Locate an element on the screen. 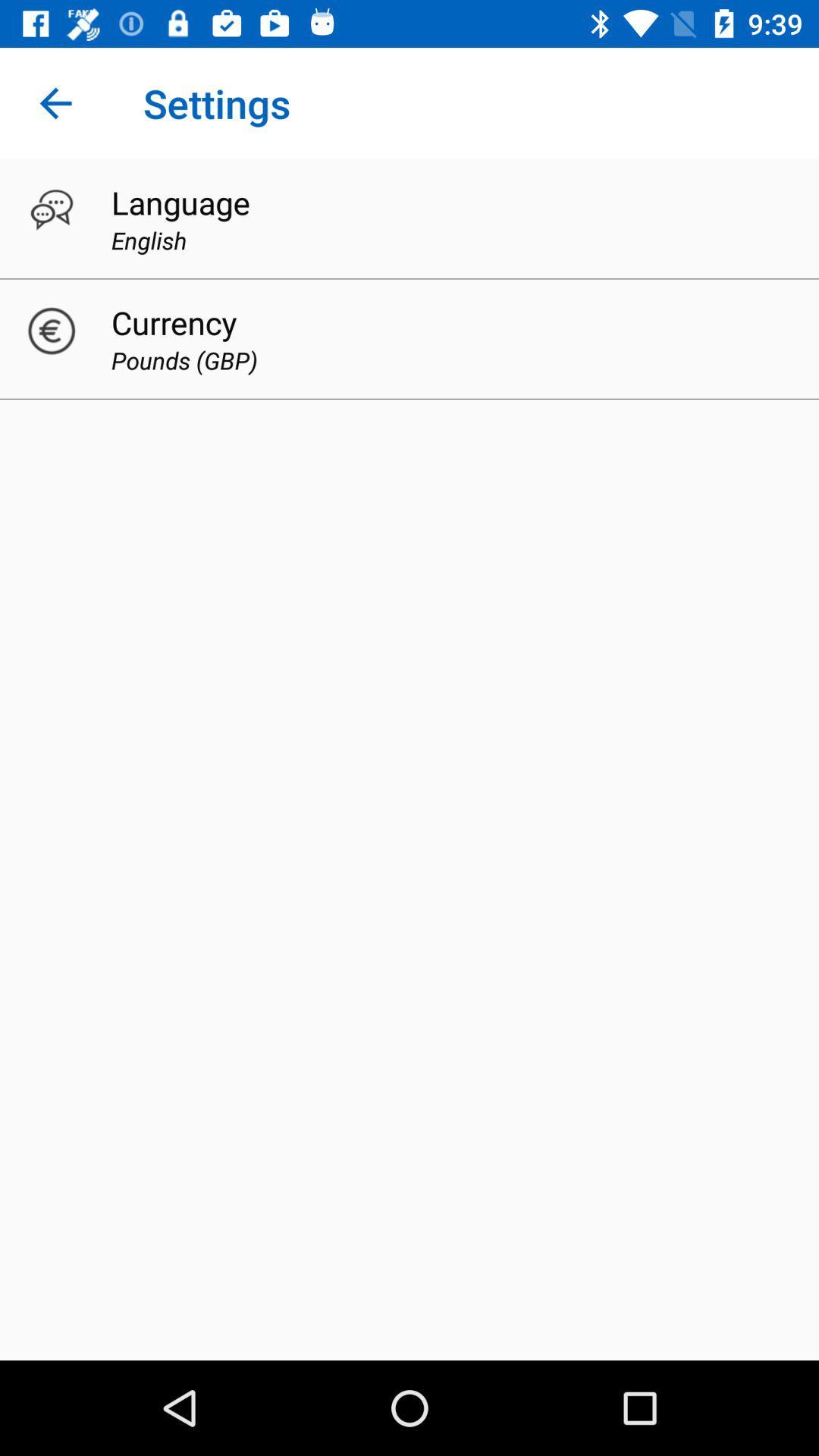  the currency icon is located at coordinates (173, 322).